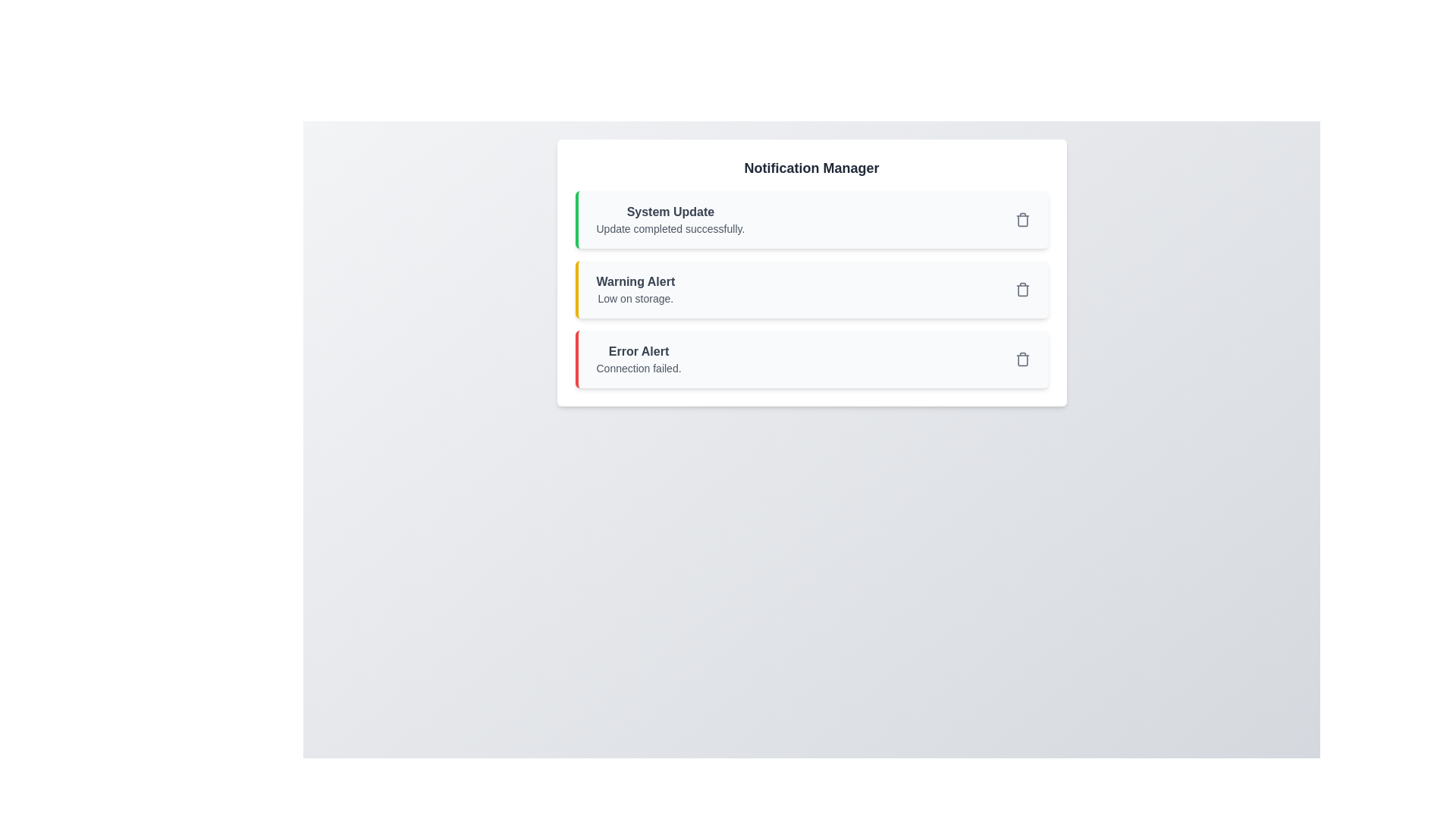 The image size is (1456, 819). Describe the element at coordinates (811, 271) in the screenshot. I see `the second warning notification card in the 'Notification Manager' section` at that location.